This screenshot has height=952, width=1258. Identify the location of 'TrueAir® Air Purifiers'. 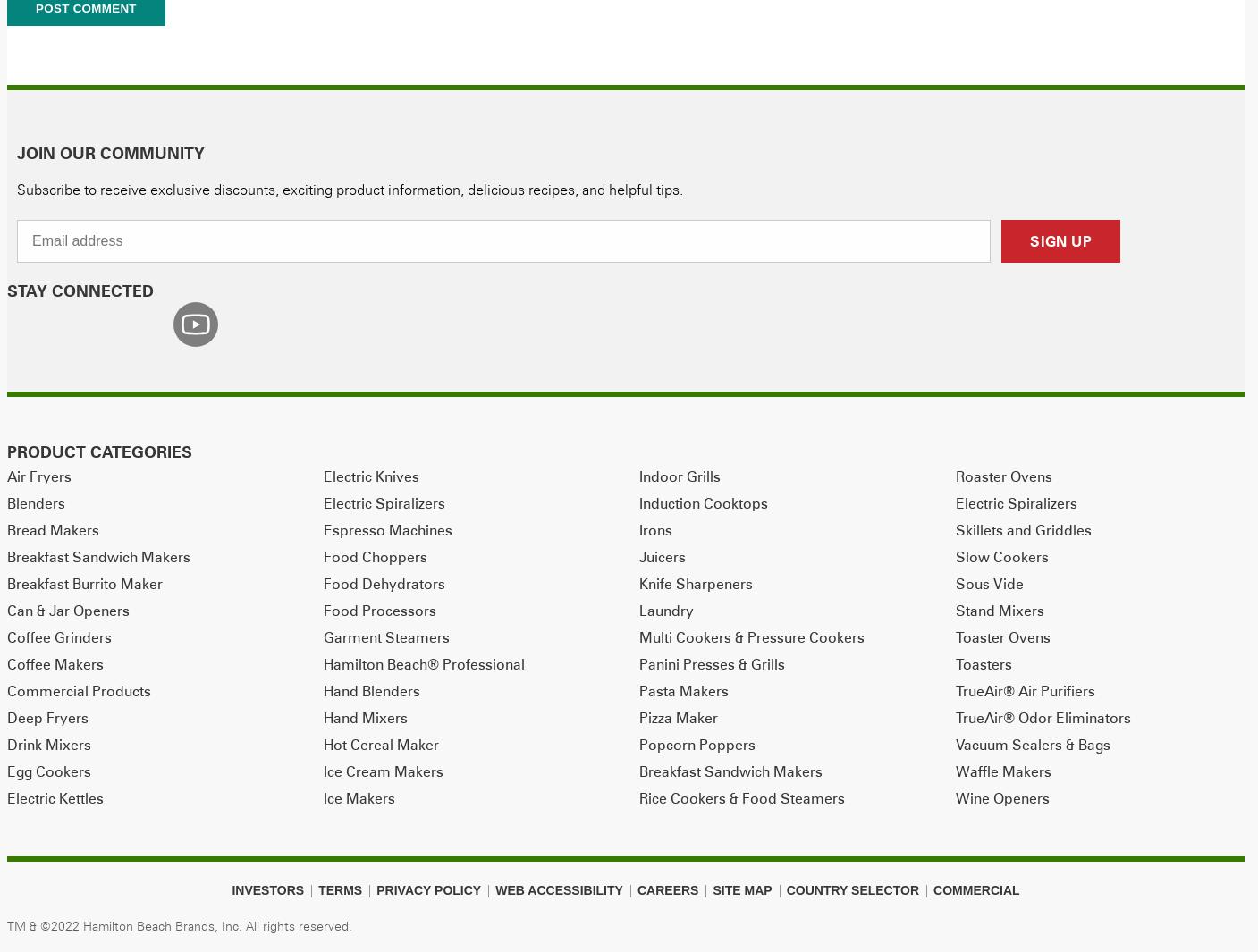
(1025, 689).